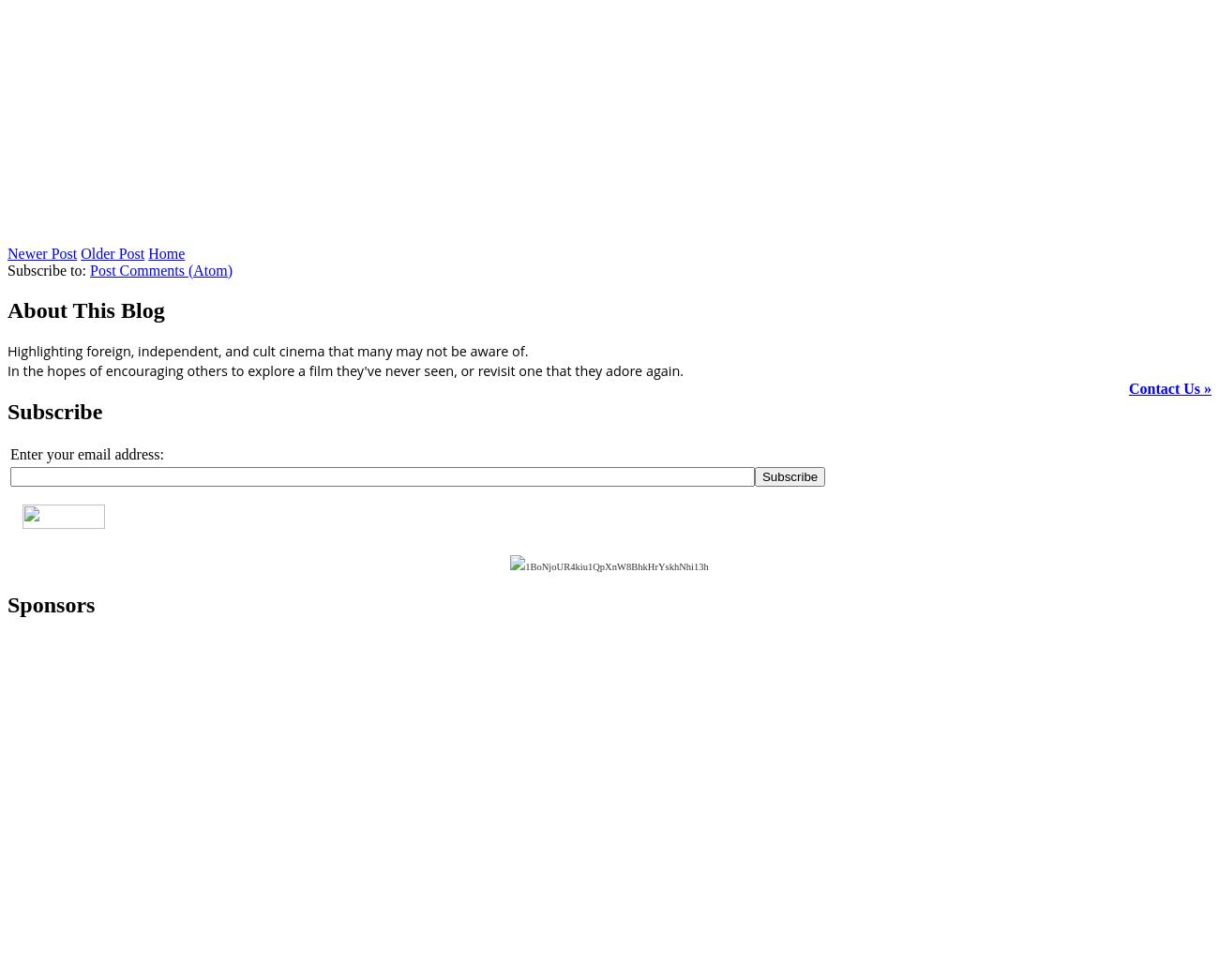  I want to click on 'Home', so click(166, 251).